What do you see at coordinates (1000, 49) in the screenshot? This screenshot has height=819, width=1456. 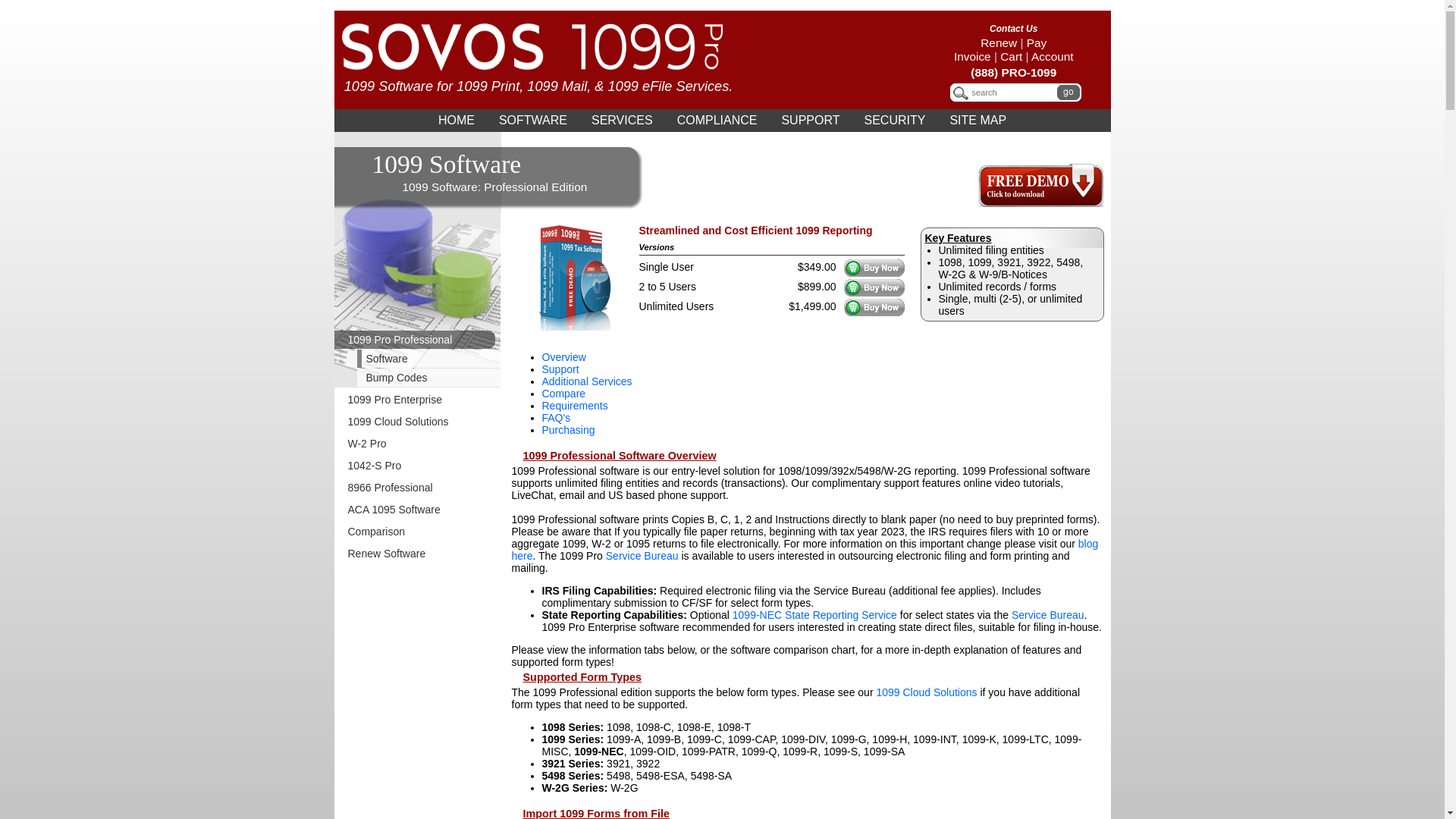 I see `'Pay Invoice'` at bounding box center [1000, 49].